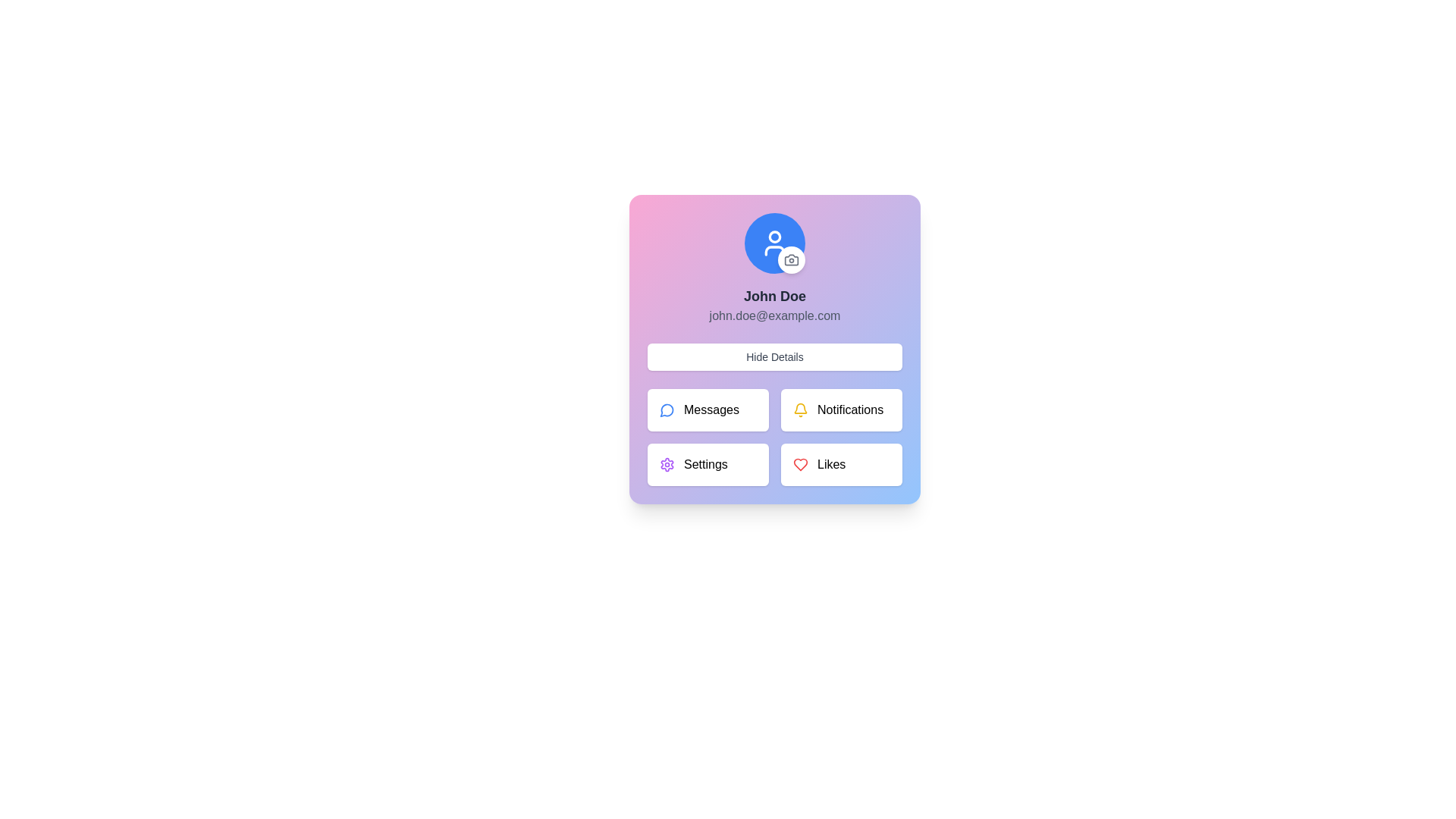  Describe the element at coordinates (775, 242) in the screenshot. I see `the user profile icon located at the top-center of the pop-up interface card` at that location.